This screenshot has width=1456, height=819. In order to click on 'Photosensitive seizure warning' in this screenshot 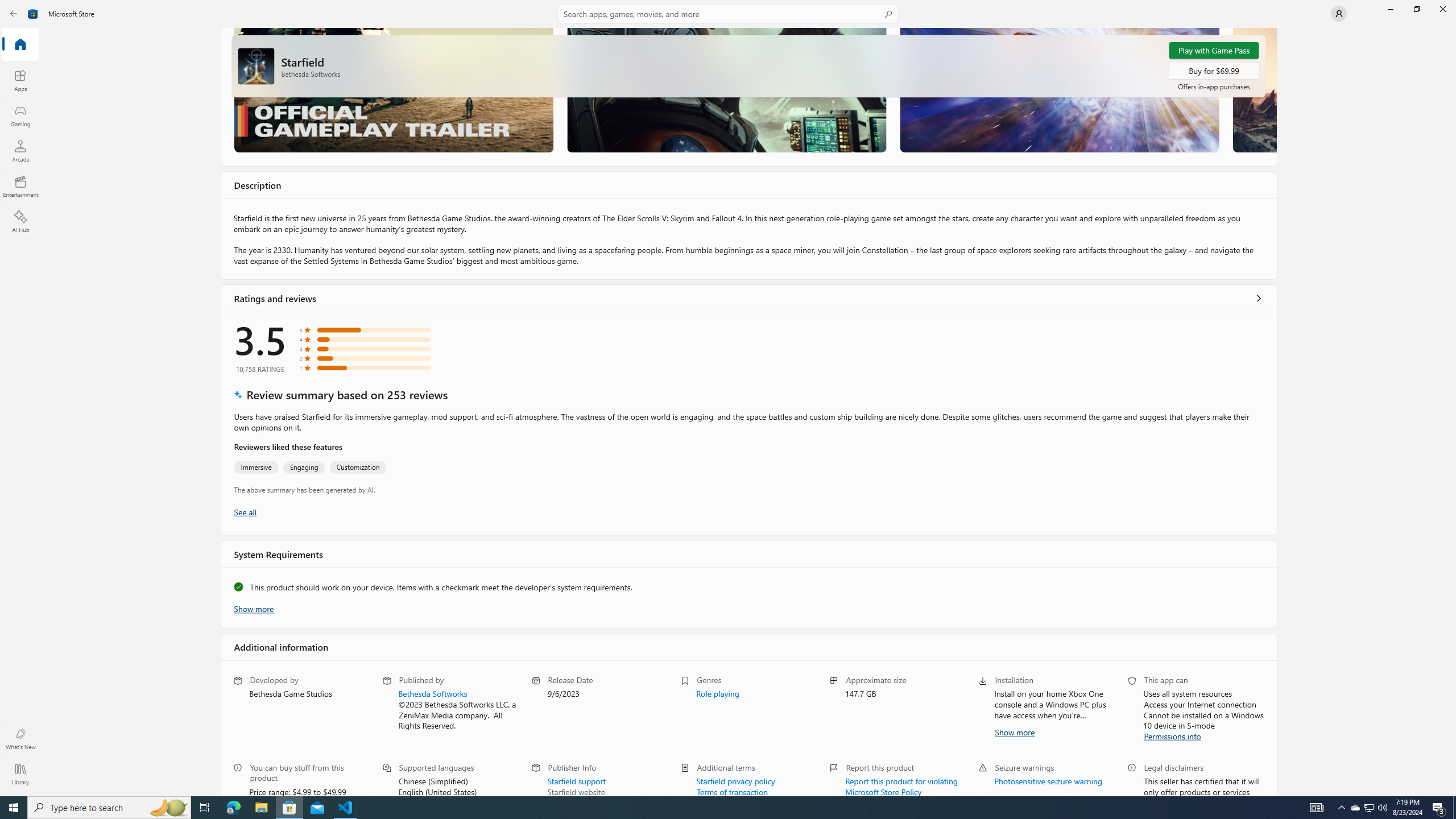, I will do `click(1048, 780)`.